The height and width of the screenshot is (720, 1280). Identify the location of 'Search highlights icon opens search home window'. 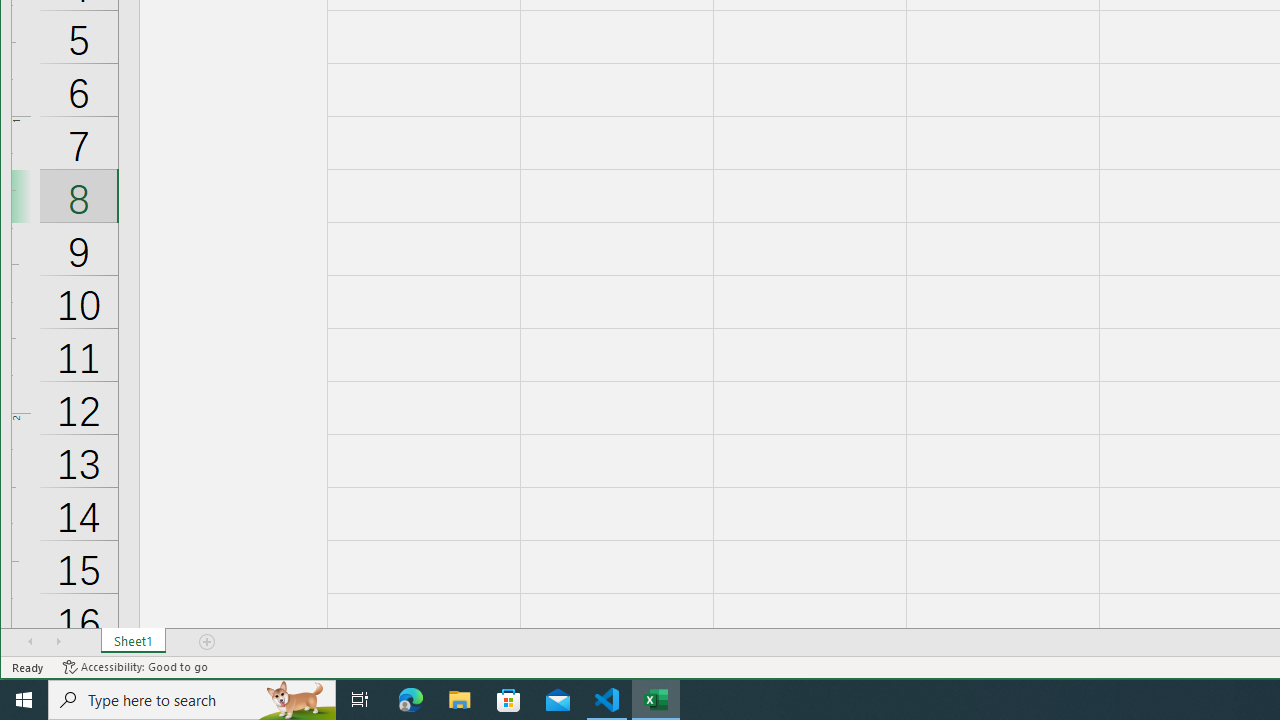
(294, 698).